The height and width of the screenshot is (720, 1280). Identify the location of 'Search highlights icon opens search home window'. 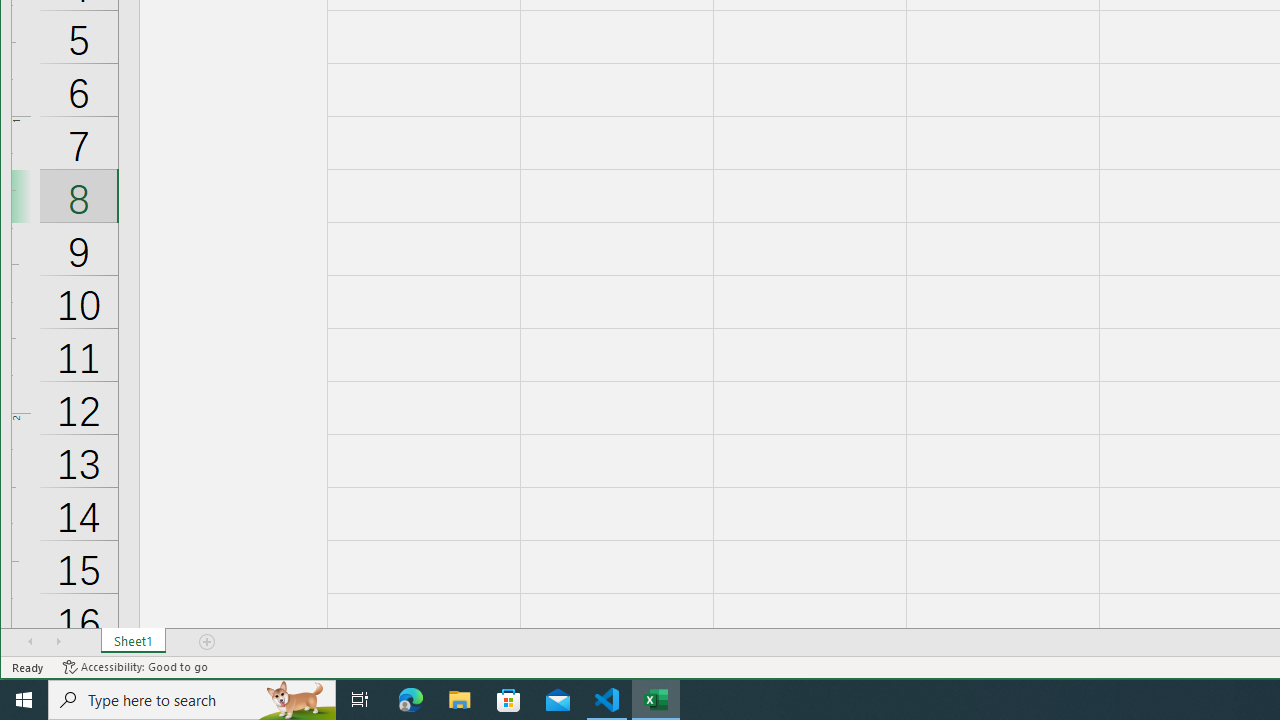
(294, 698).